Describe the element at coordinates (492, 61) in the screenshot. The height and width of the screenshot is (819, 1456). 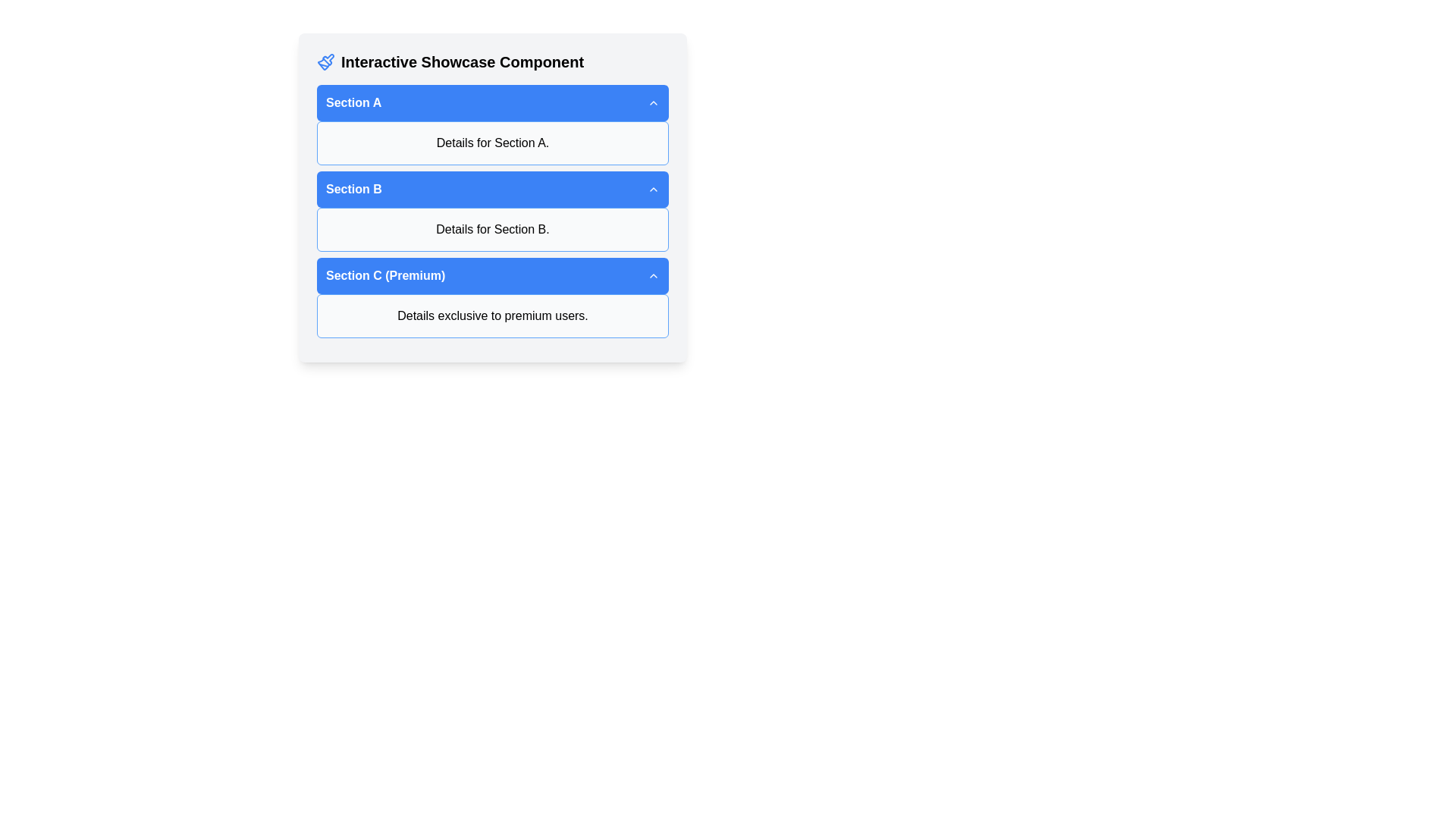
I see `the text header labeled 'Interactive Showcase Component' which is bold and large, located at the top of the section with a blue paintbrush icon to its left` at that location.